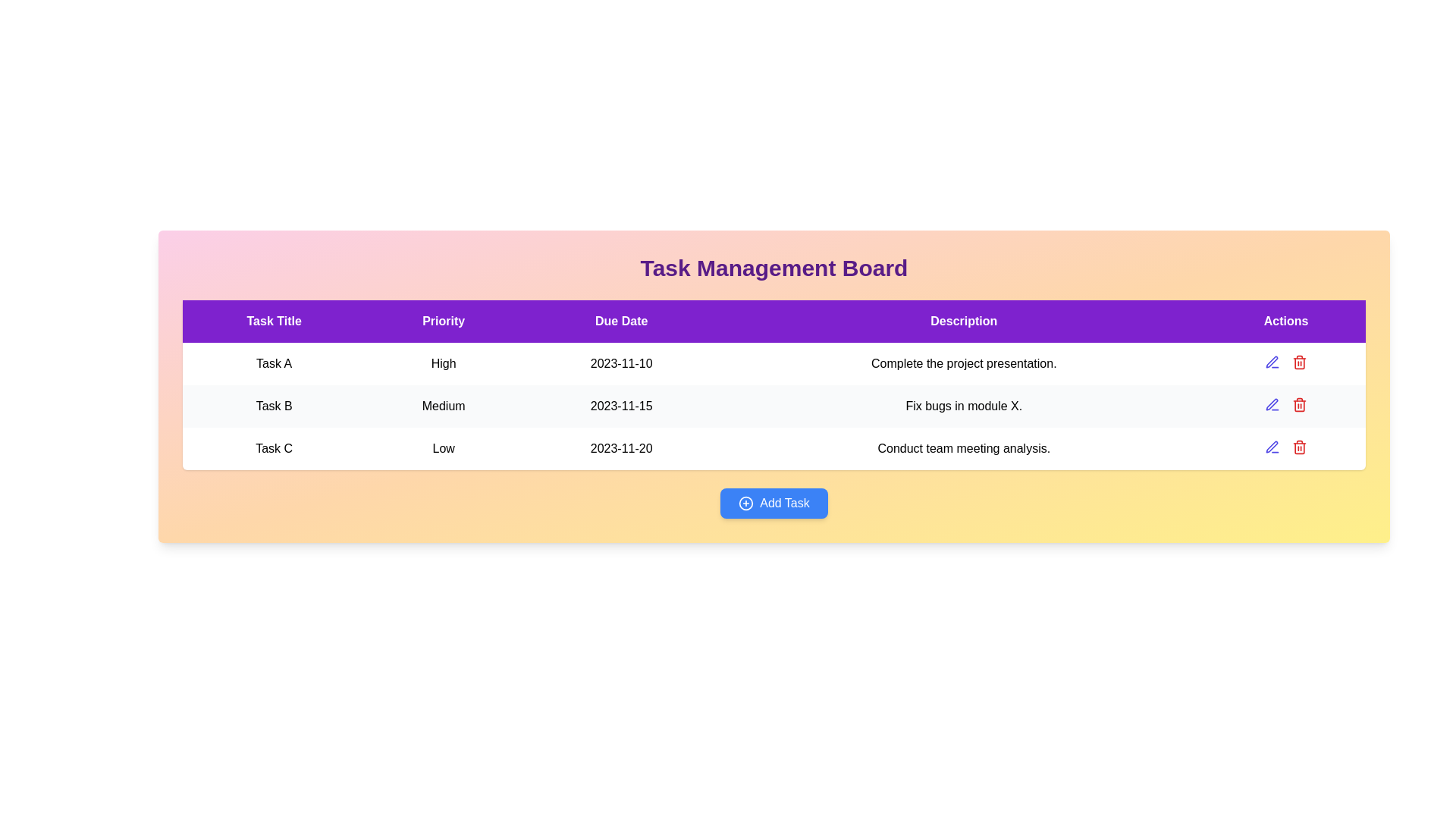 The image size is (1456, 819). I want to click on the text label 'Low' located in the second column of the last row of the table, which has a plain black text on a white background, so click(443, 447).